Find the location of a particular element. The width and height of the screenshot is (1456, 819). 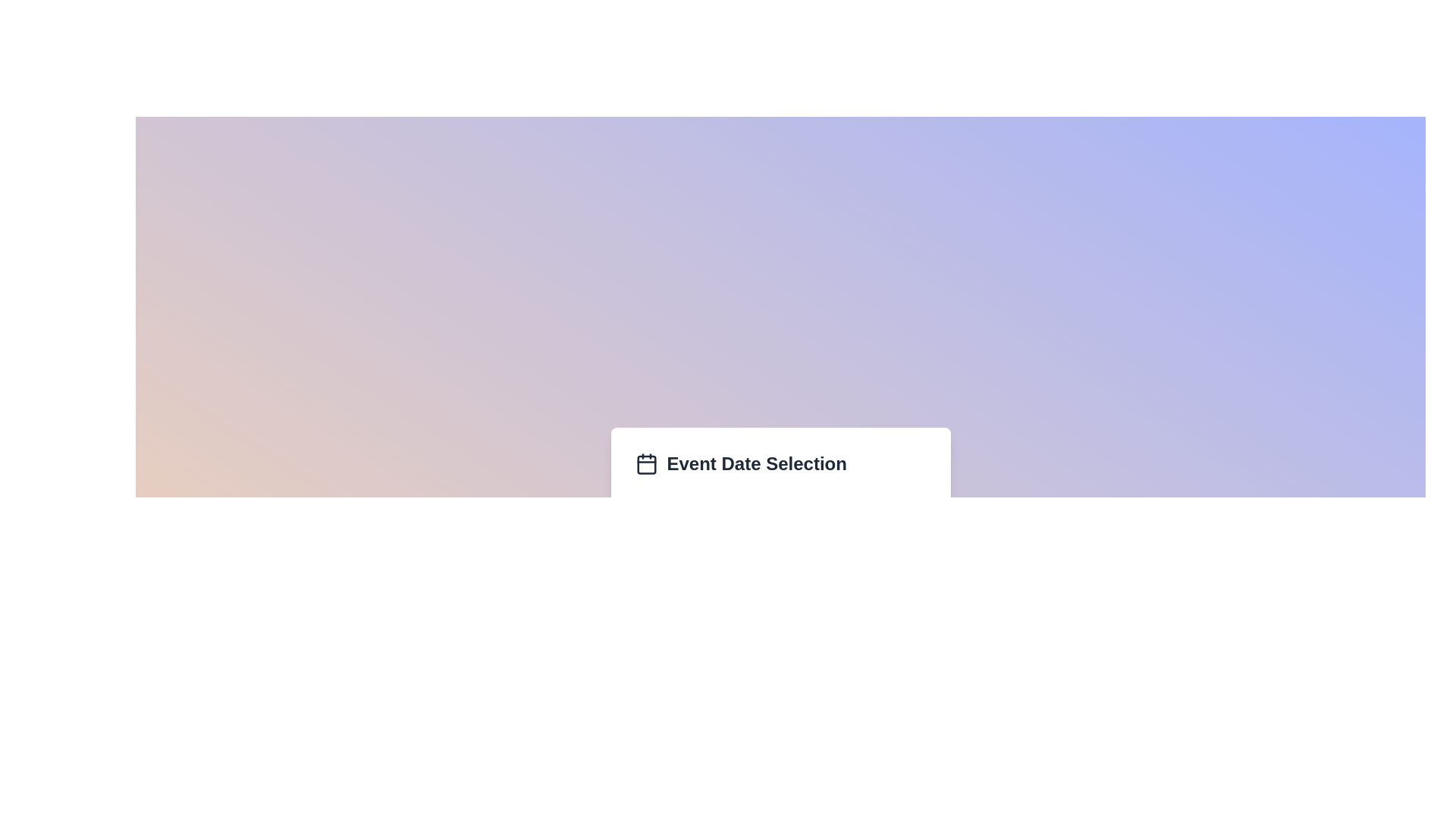

the calendar icon located to the left of the 'Event Date Selection' text is located at coordinates (646, 463).